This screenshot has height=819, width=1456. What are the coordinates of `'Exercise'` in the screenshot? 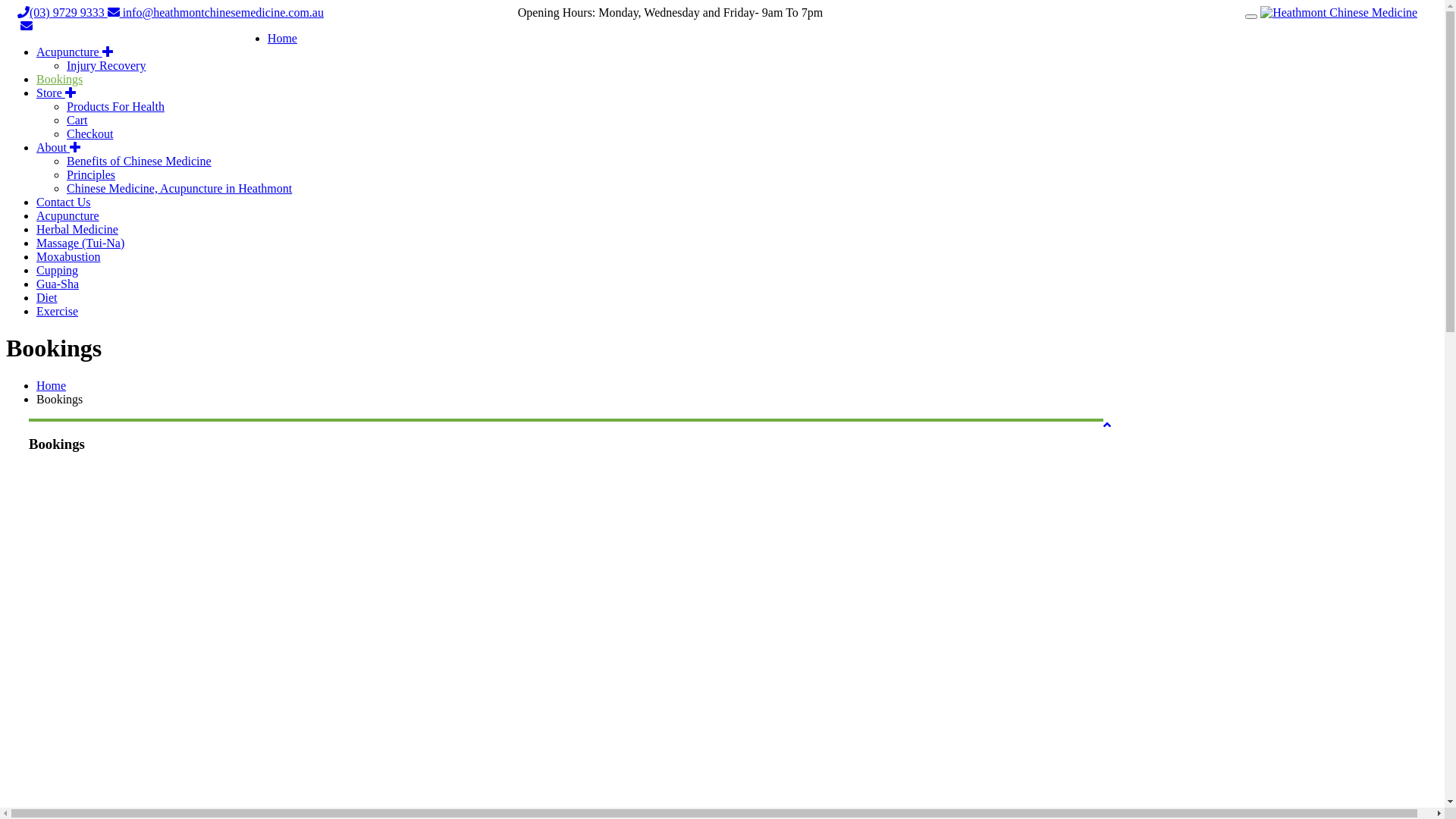 It's located at (36, 310).